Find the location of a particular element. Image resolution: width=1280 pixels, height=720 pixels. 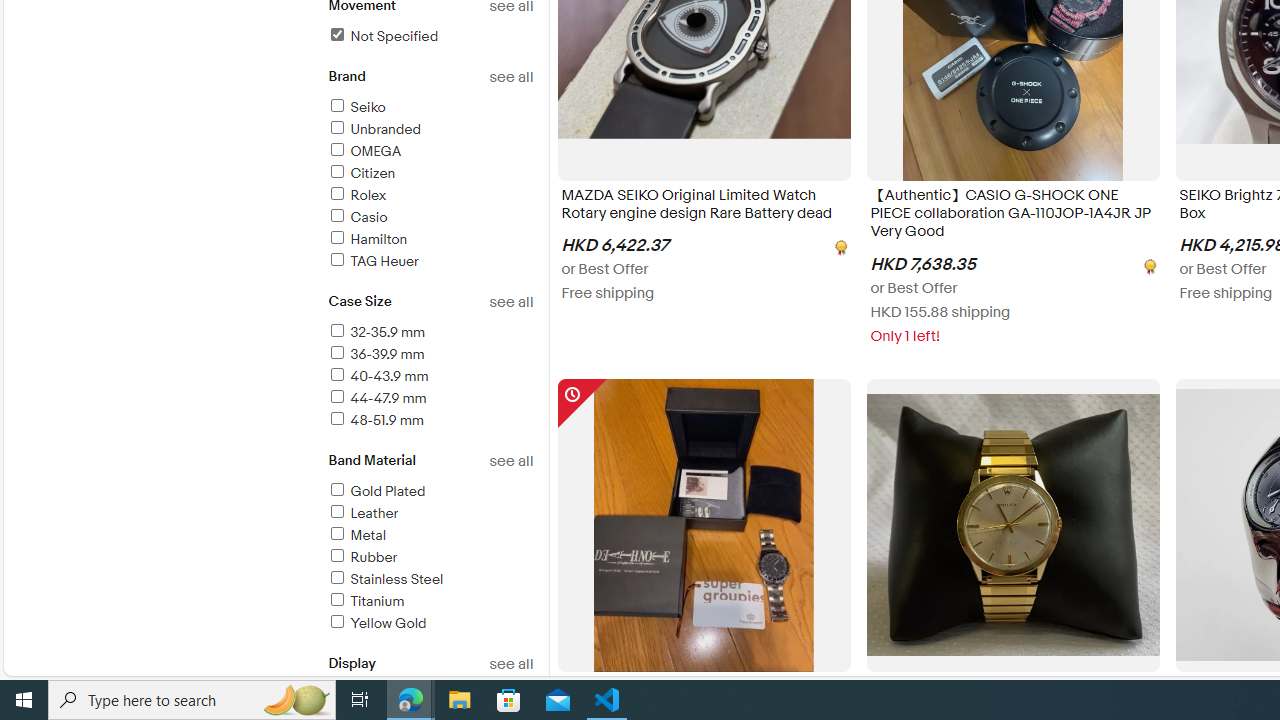

'Hamilton' is located at coordinates (429, 239).